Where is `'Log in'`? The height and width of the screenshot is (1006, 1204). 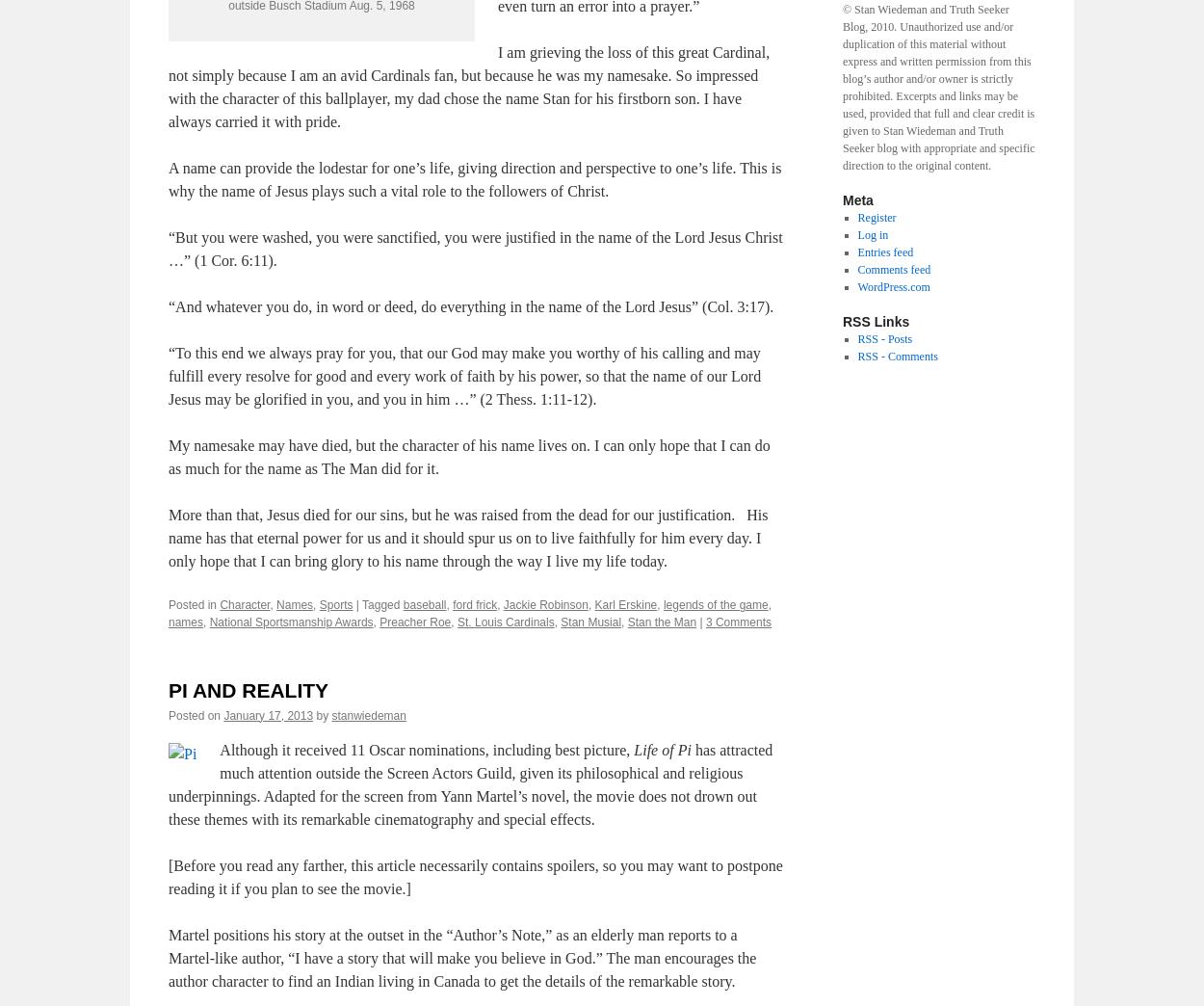
'Log in' is located at coordinates (873, 234).